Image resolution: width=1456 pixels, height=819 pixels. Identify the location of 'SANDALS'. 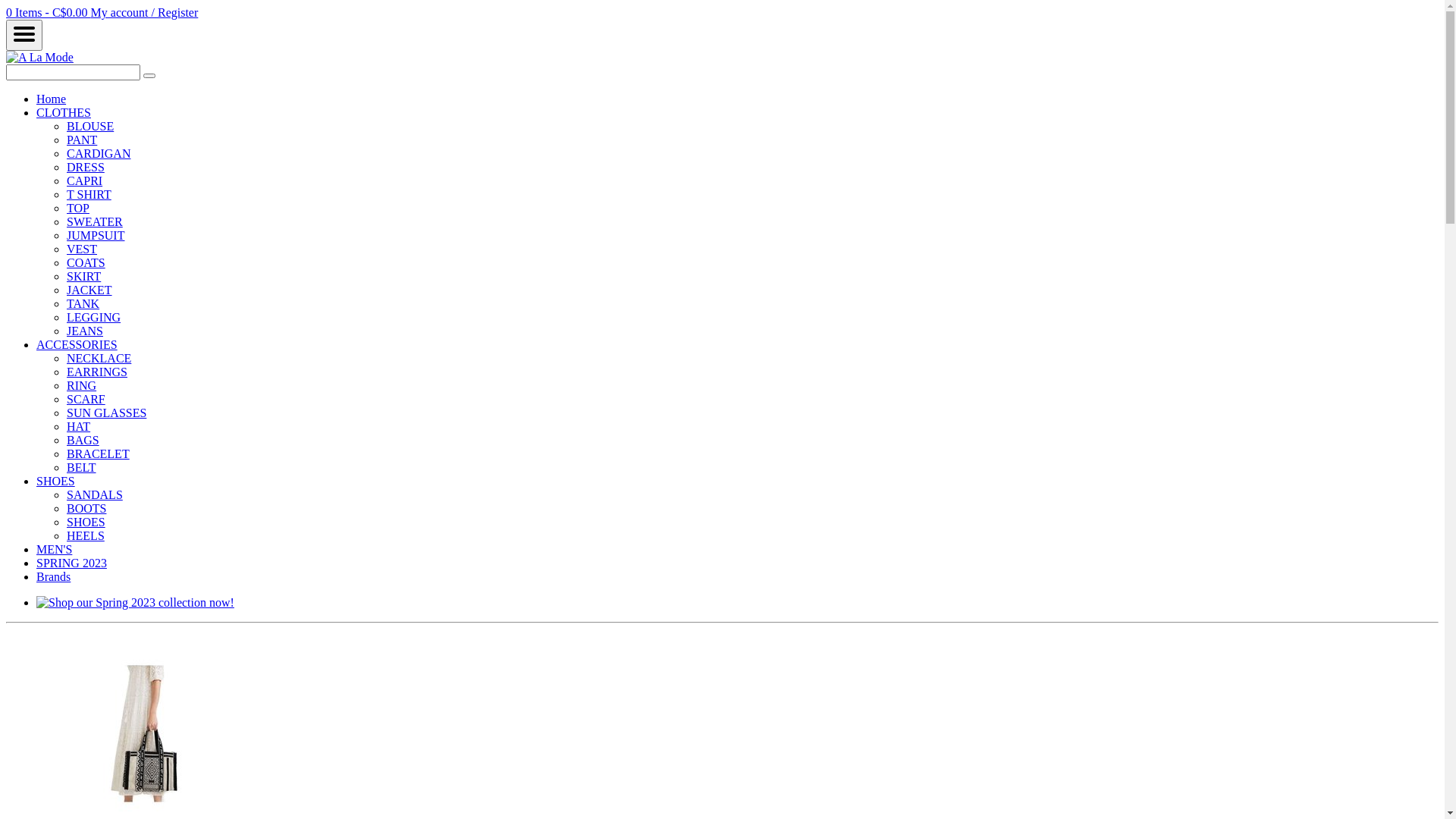
(93, 494).